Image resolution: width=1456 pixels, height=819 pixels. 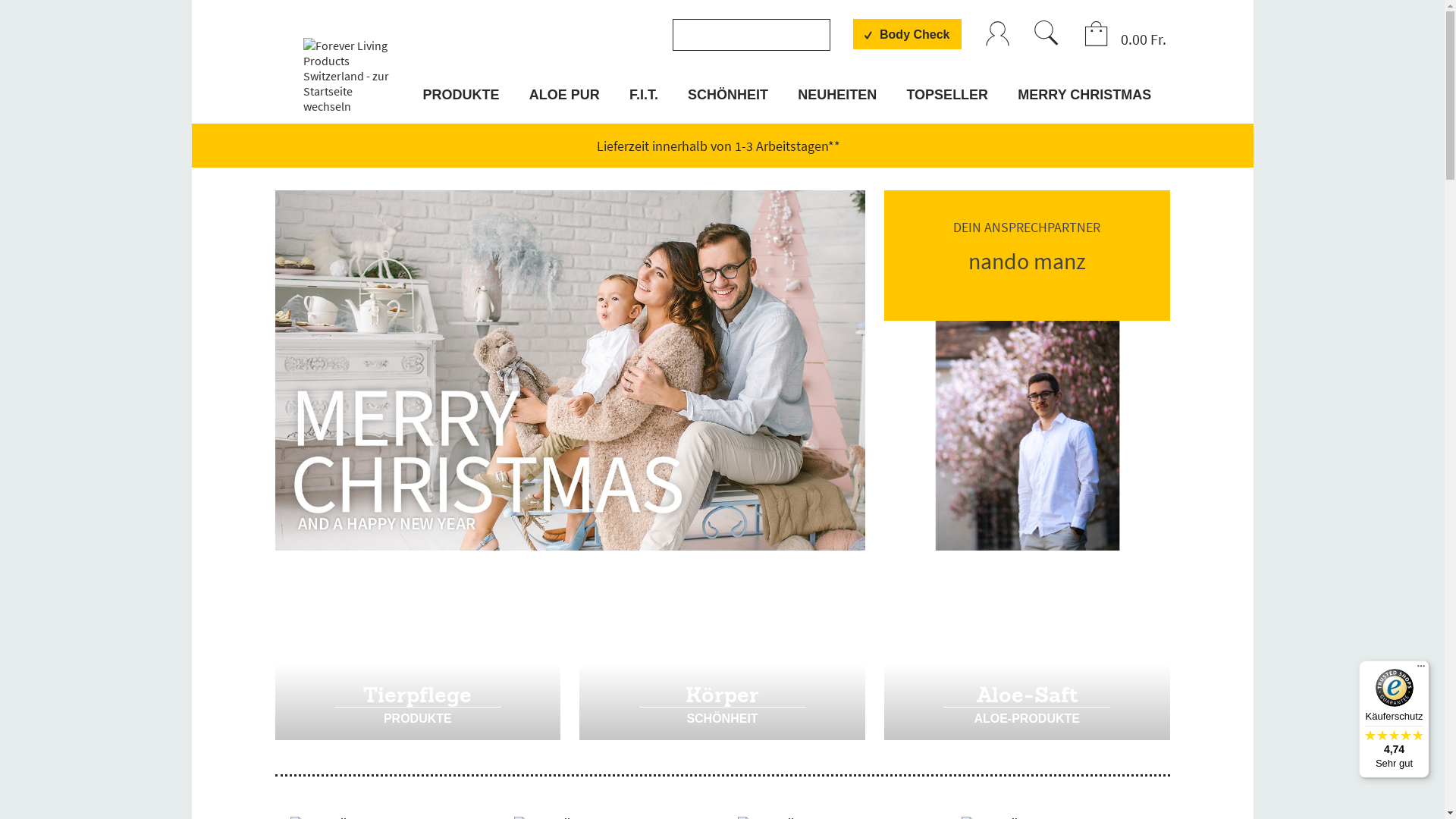 I want to click on 'Mein Konto', so click(x=997, y=34).